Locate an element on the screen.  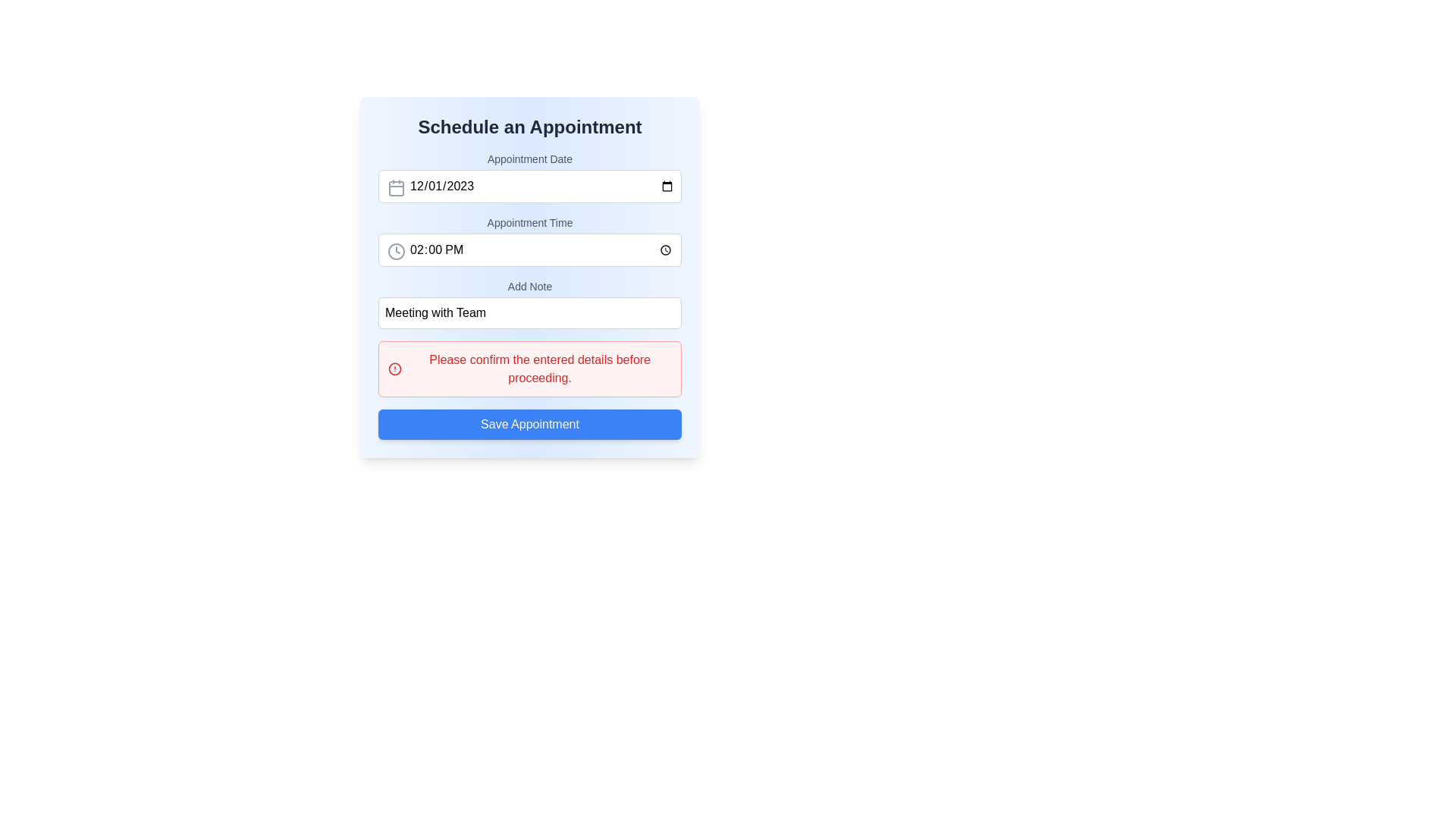
the circular shape representing the clock icon in the Appointment Time field for time selection is located at coordinates (397, 250).